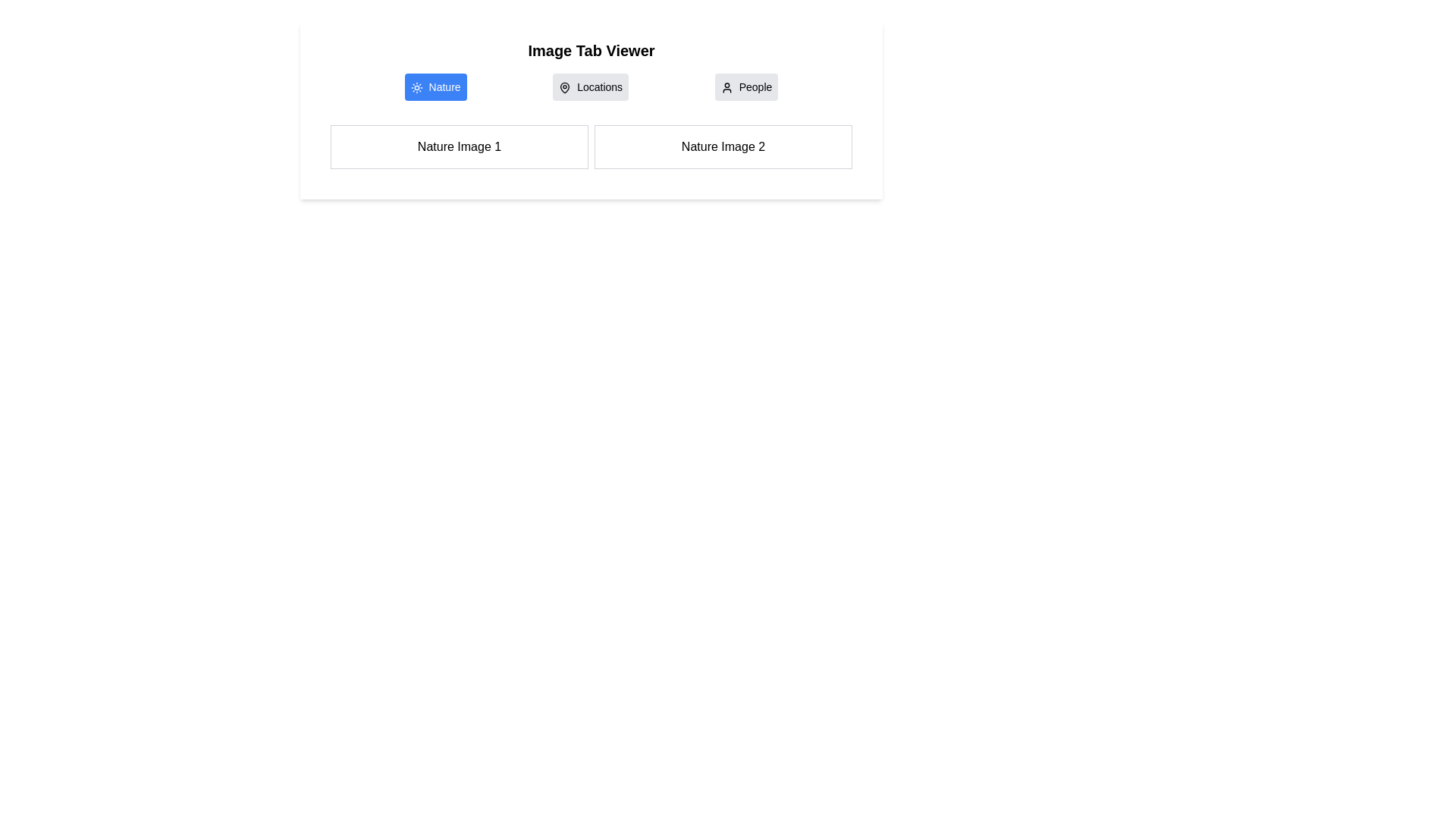 The height and width of the screenshot is (819, 1456). I want to click on the user icon associated with the 'People' button, which is located on the left side of the button in a group of three buttons, so click(726, 88).